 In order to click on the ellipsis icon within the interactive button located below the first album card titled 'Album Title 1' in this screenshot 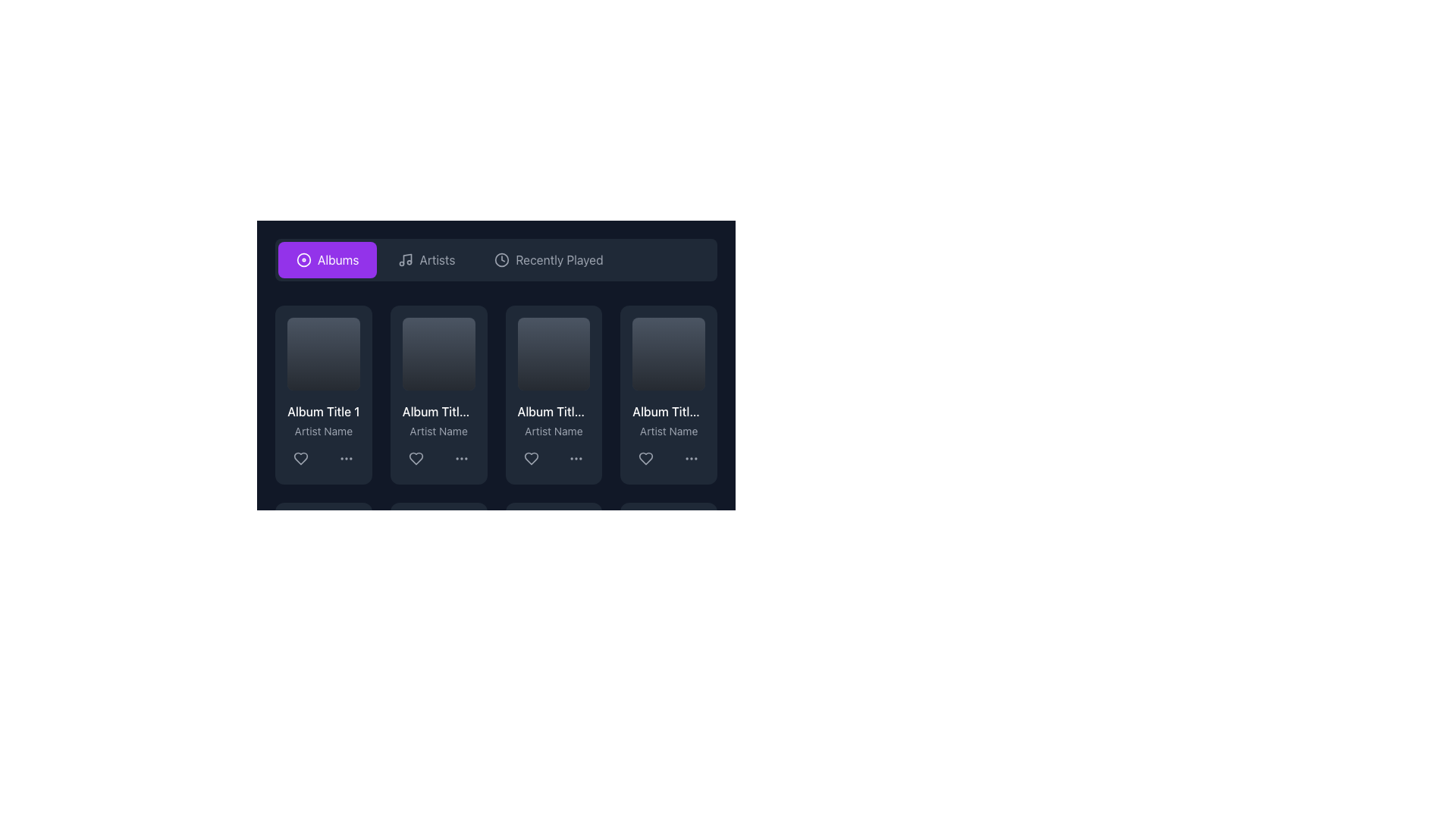, I will do `click(345, 457)`.